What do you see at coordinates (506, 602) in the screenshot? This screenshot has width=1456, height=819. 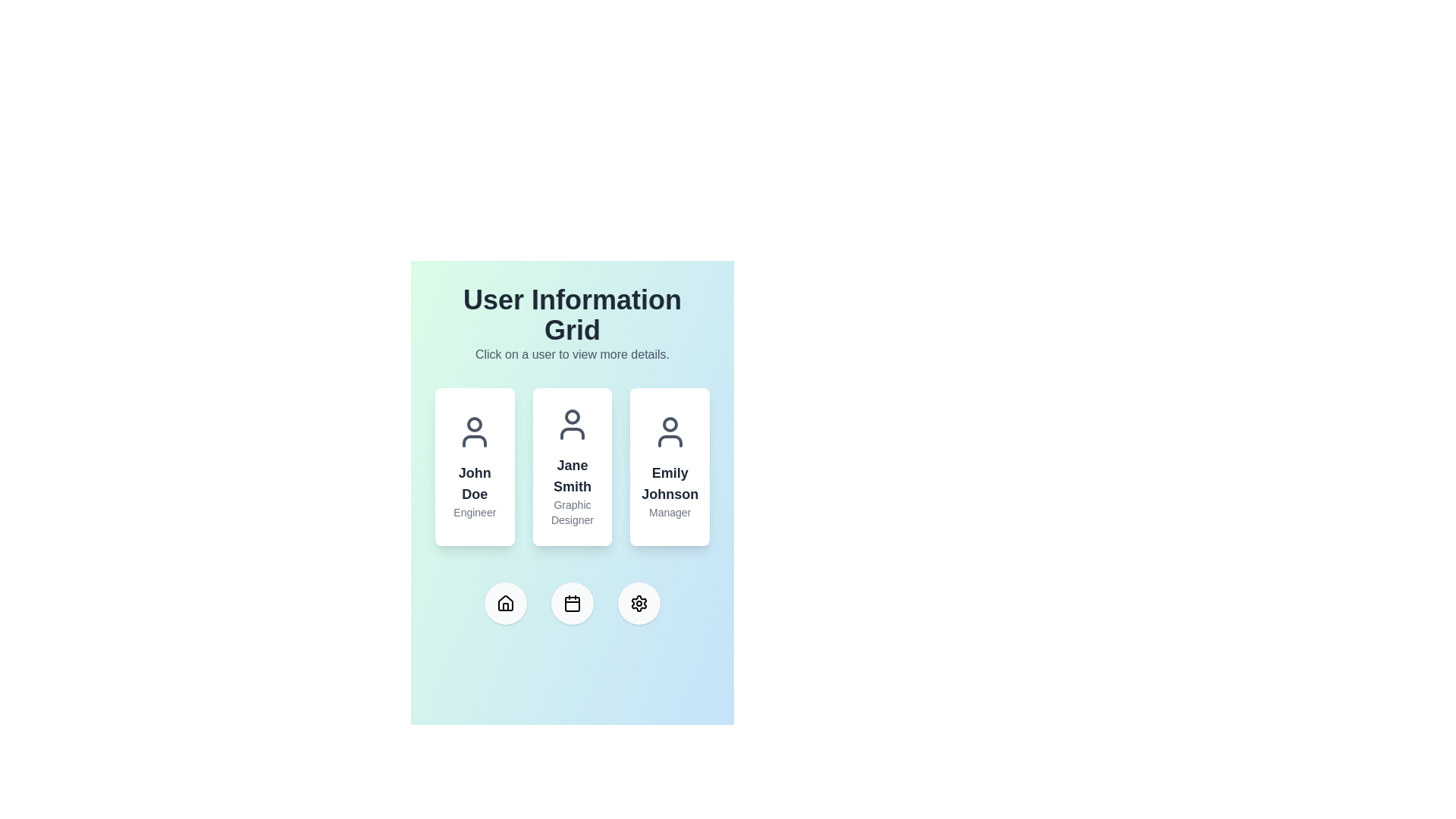 I see `the leftmost icon button represented by a vector SVG graphic of a house` at bounding box center [506, 602].